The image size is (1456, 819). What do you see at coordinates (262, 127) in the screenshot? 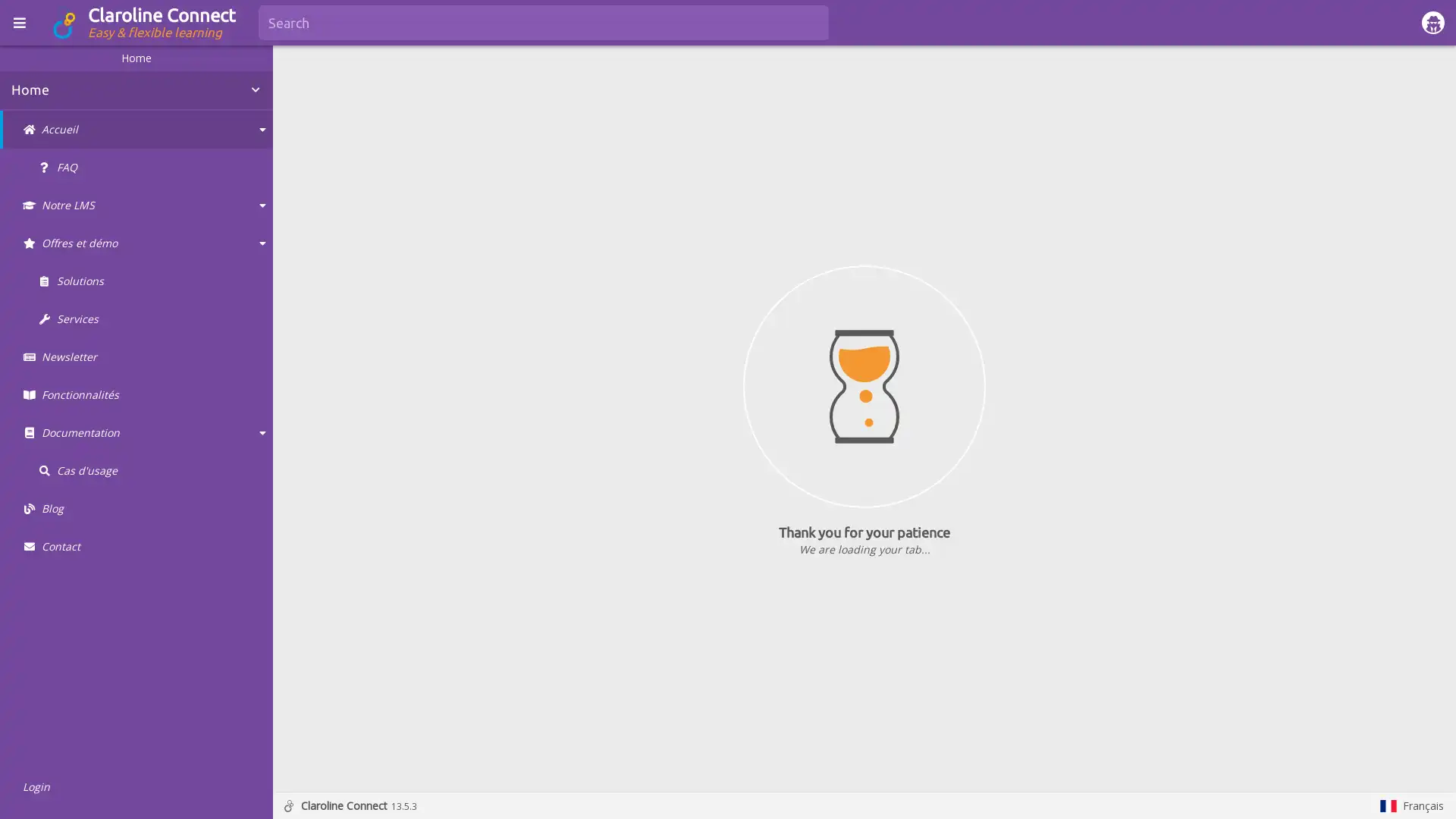
I see `Collapse` at bounding box center [262, 127].